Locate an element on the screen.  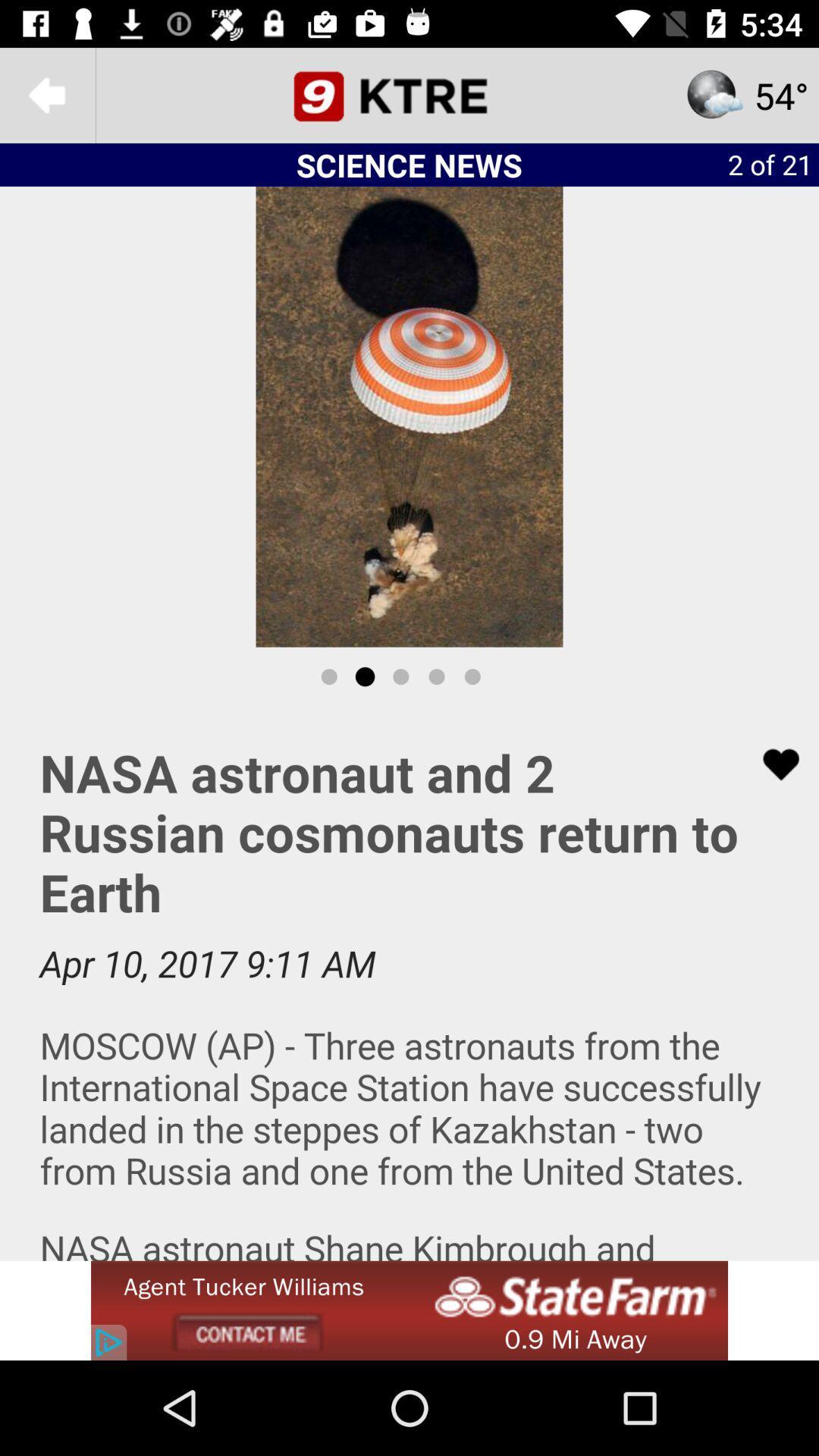
like button is located at coordinates (771, 764).